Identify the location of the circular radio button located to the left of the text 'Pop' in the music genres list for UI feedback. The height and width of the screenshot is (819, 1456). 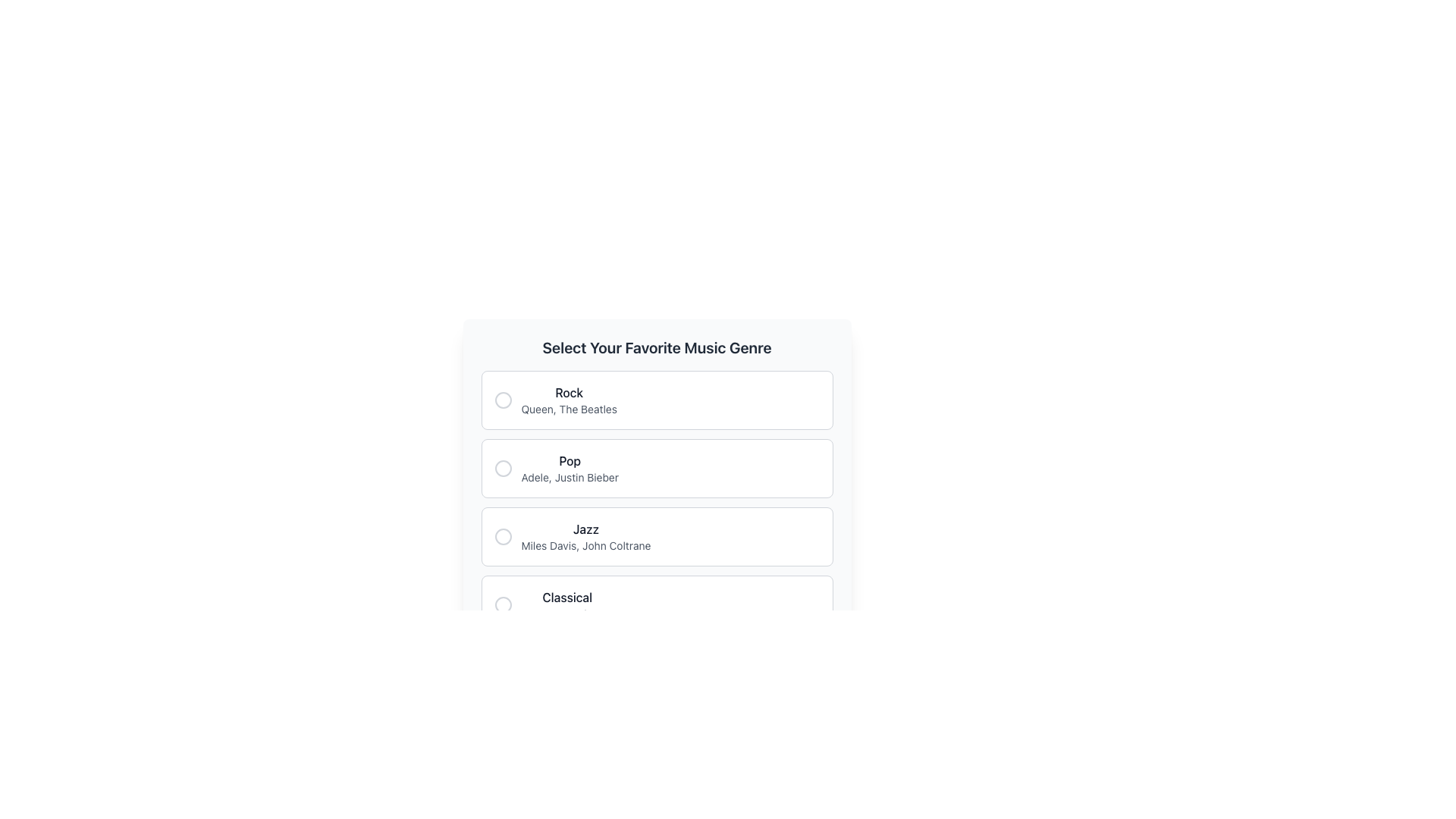
(503, 467).